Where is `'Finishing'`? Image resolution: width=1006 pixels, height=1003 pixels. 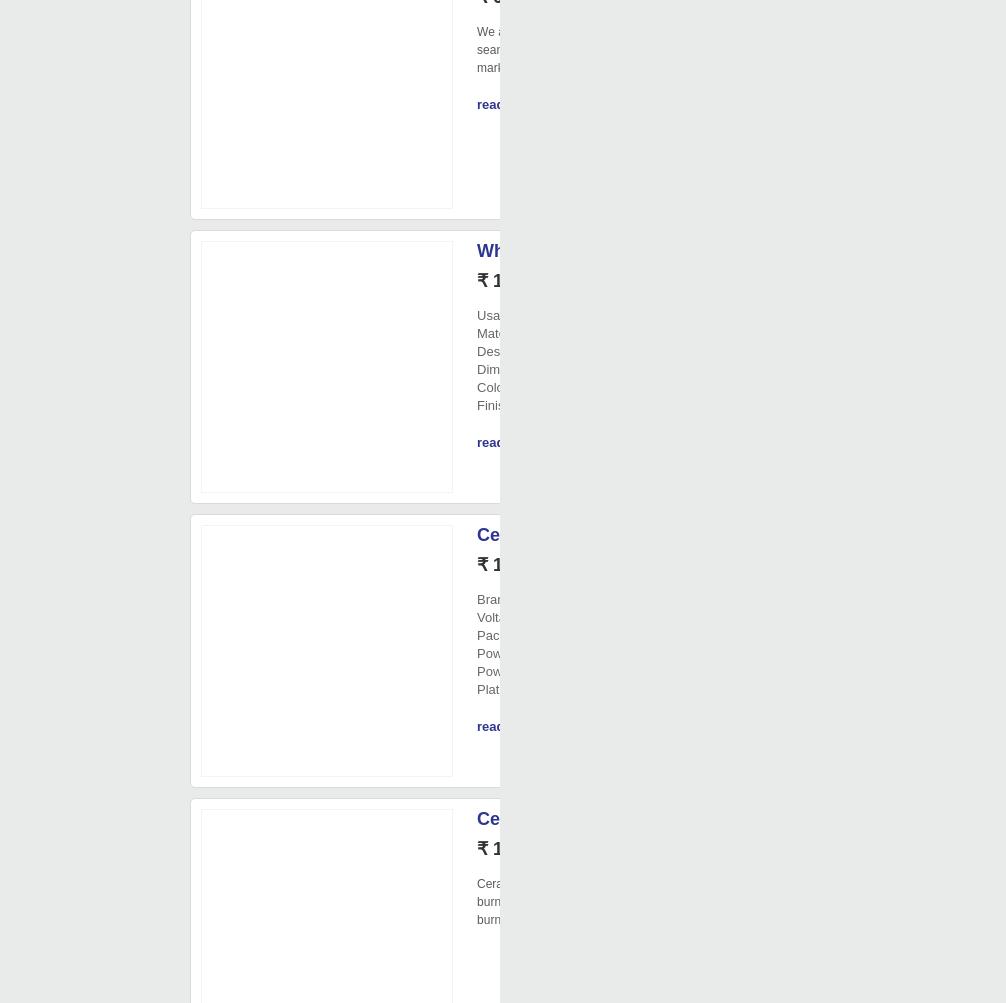
'Finishing' is located at coordinates (476, 405).